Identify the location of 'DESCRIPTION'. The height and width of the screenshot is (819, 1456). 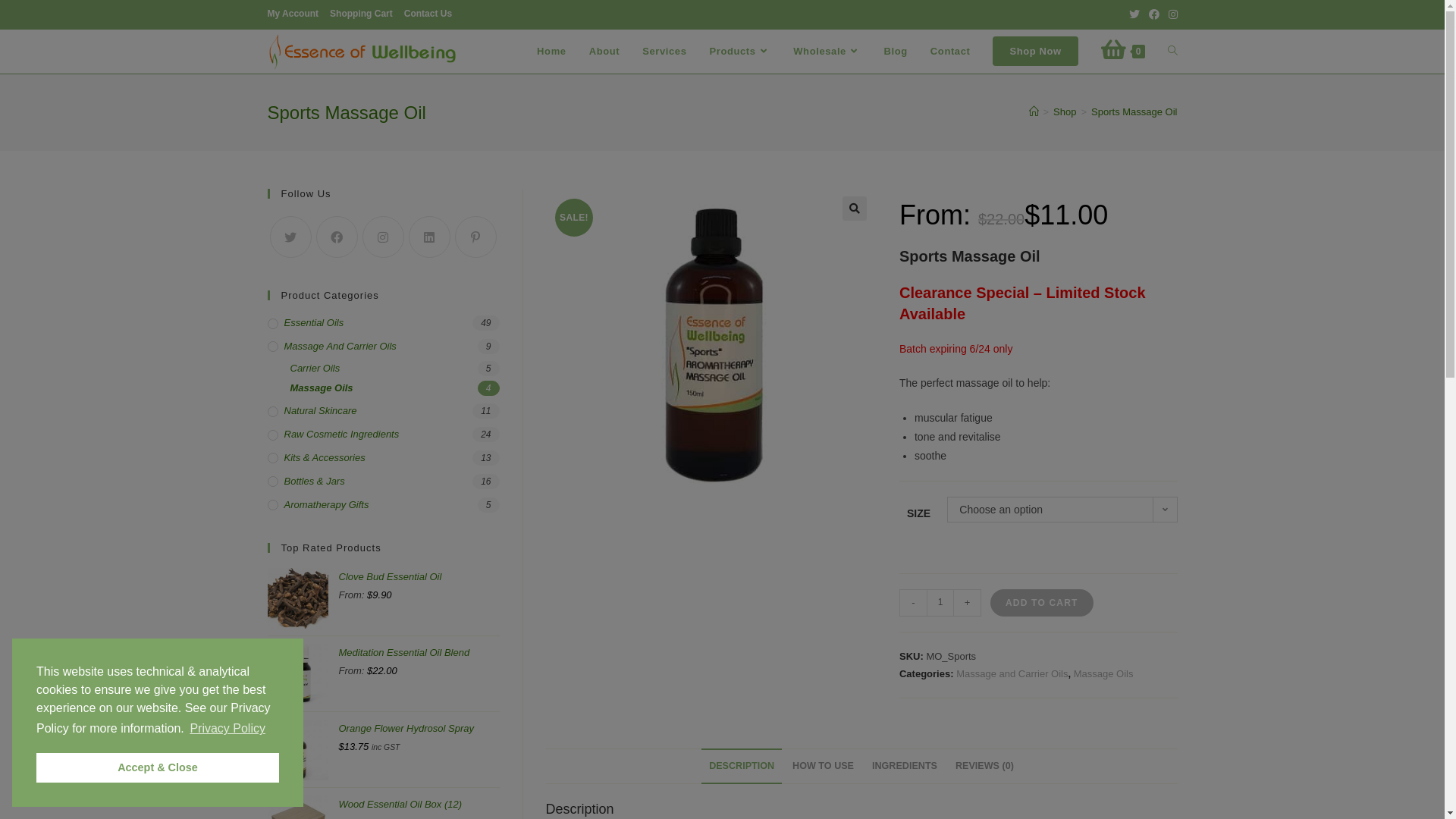
(701, 766).